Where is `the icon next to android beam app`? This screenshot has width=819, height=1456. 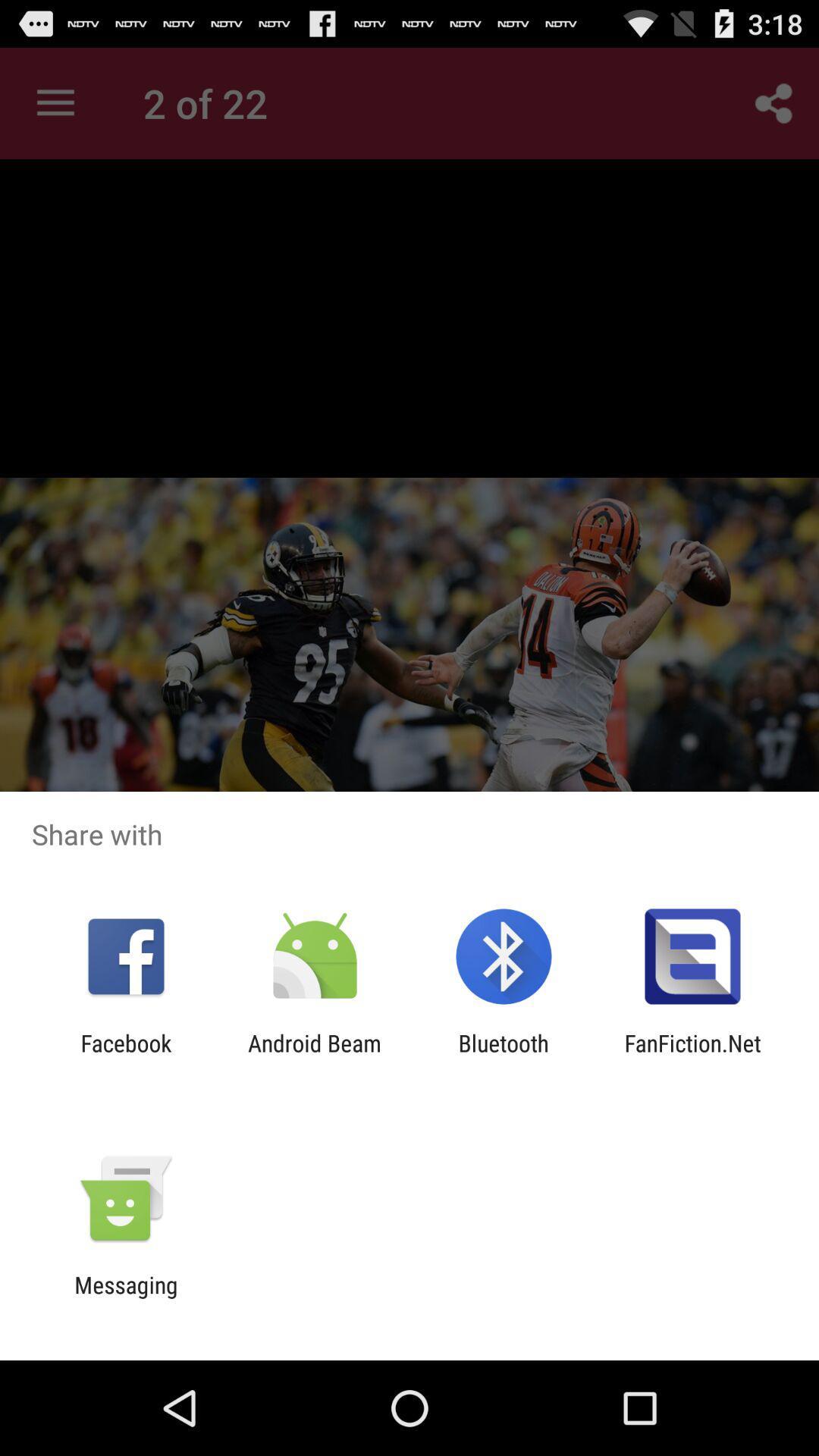 the icon next to android beam app is located at coordinates (504, 1056).